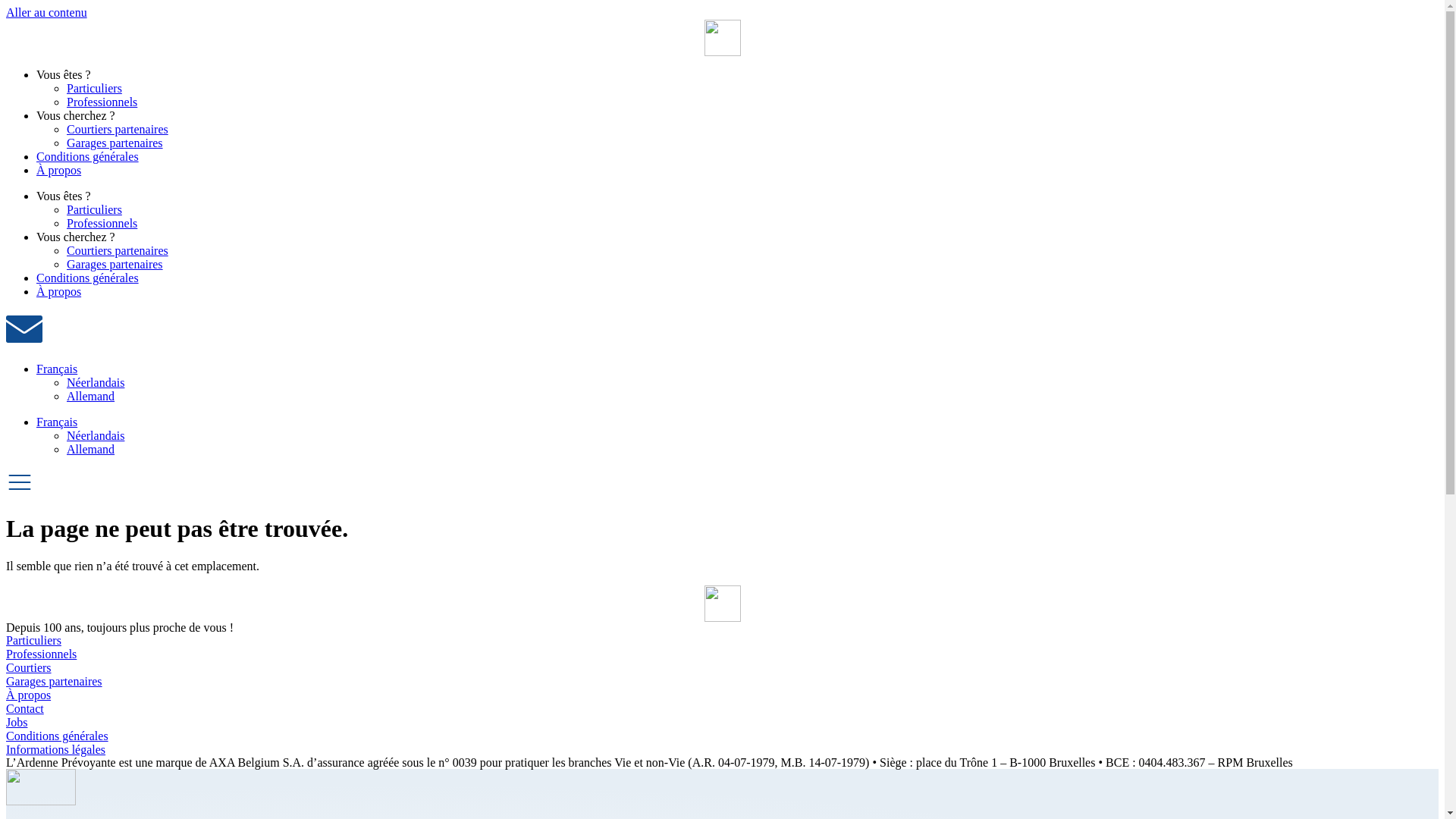 This screenshot has height=819, width=1456. I want to click on 'Vous cherchez ?', so click(75, 237).